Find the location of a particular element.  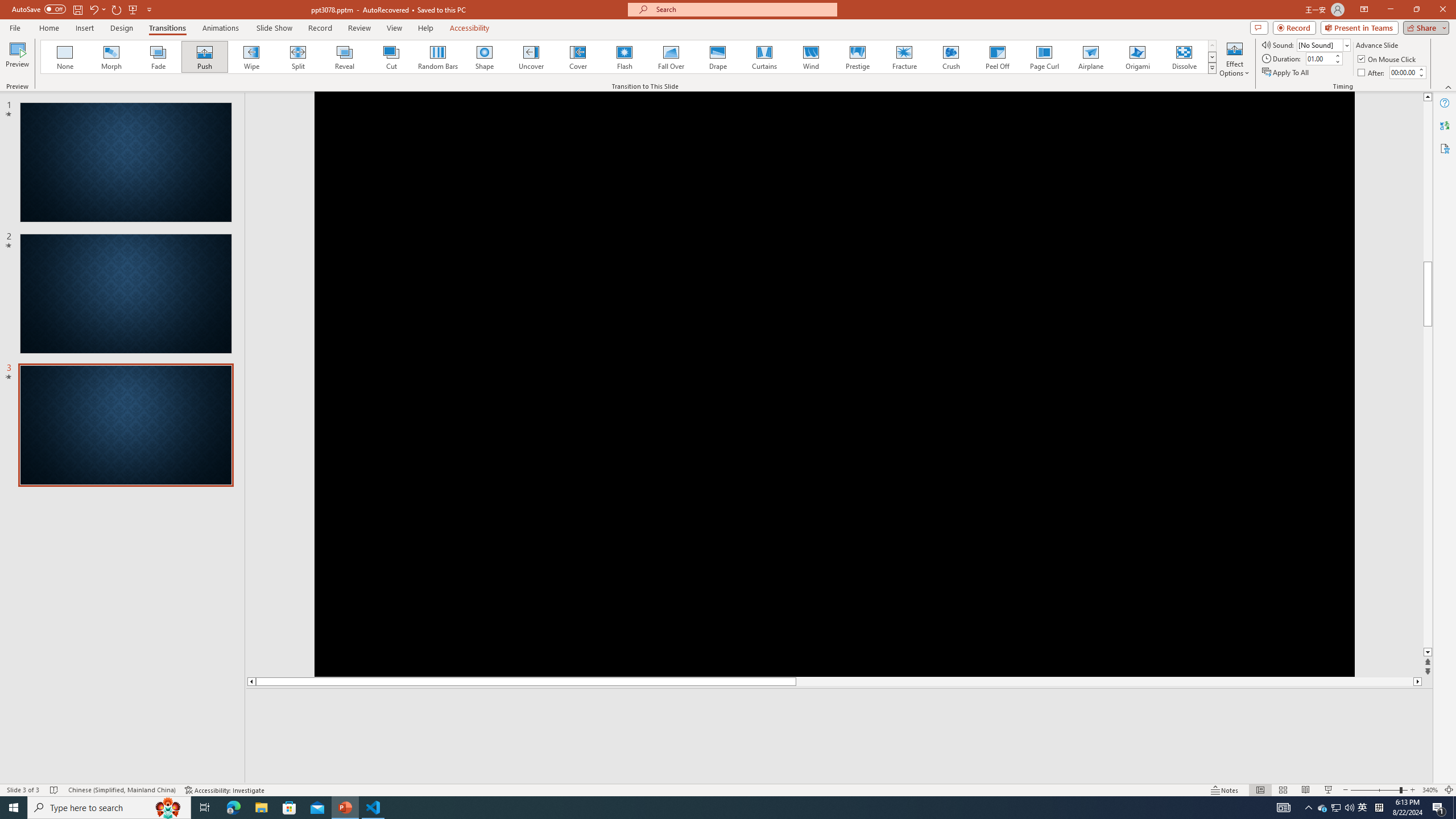

'Wipe' is located at coordinates (251, 56).